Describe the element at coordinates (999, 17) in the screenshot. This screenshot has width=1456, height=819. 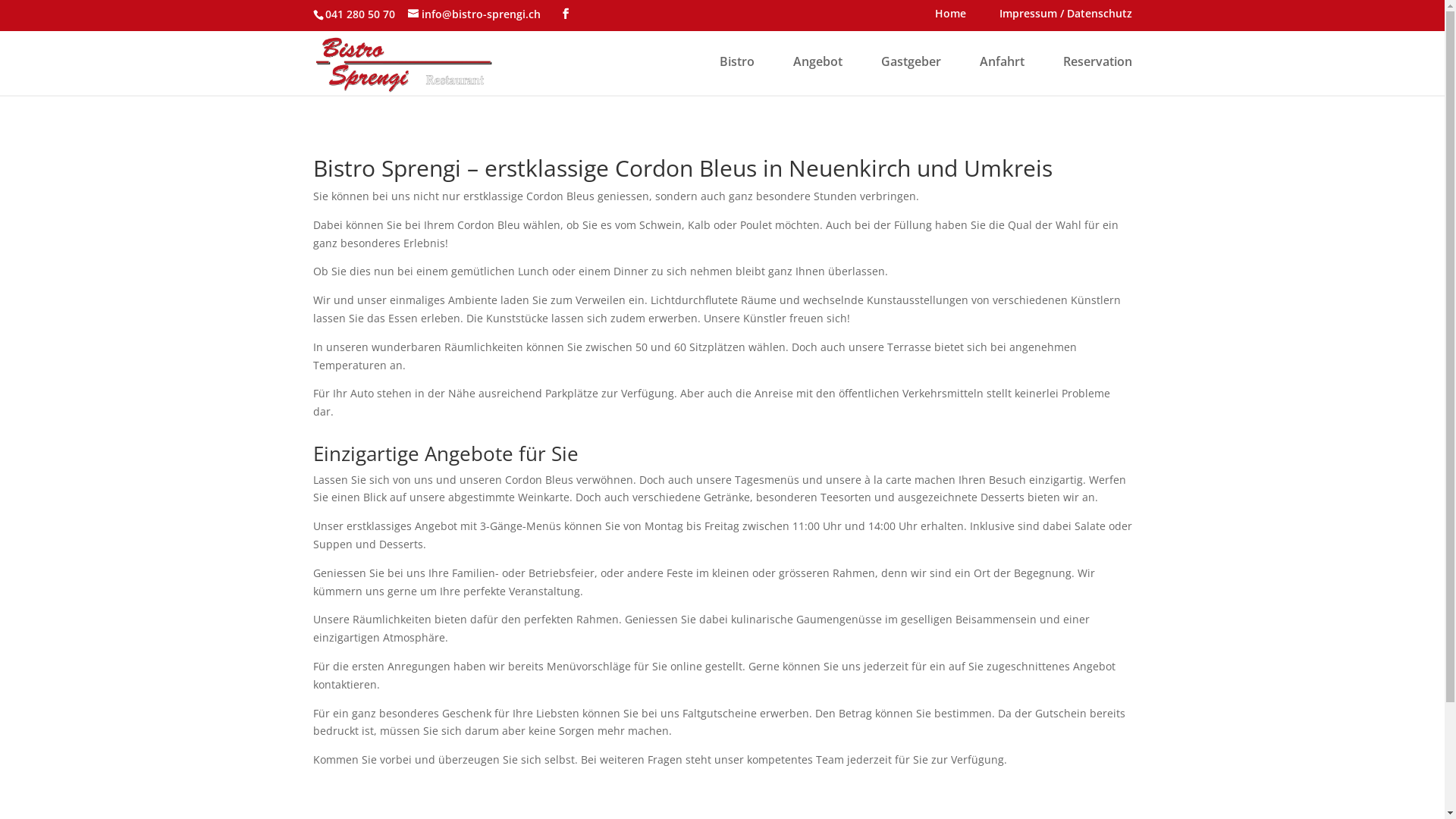
I see `'Impressum / Datenschutz'` at that location.